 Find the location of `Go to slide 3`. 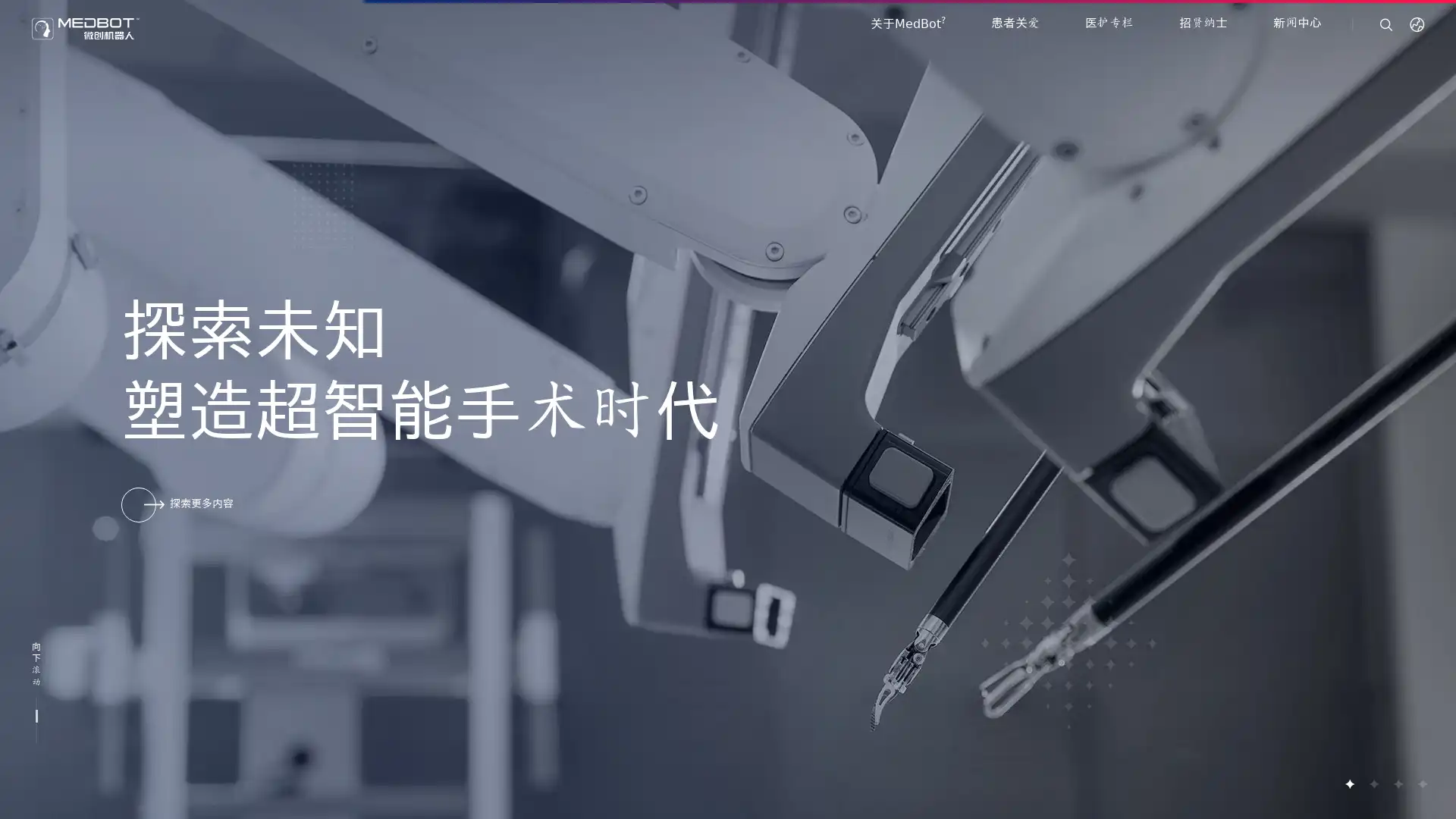

Go to slide 3 is located at coordinates (1397, 783).